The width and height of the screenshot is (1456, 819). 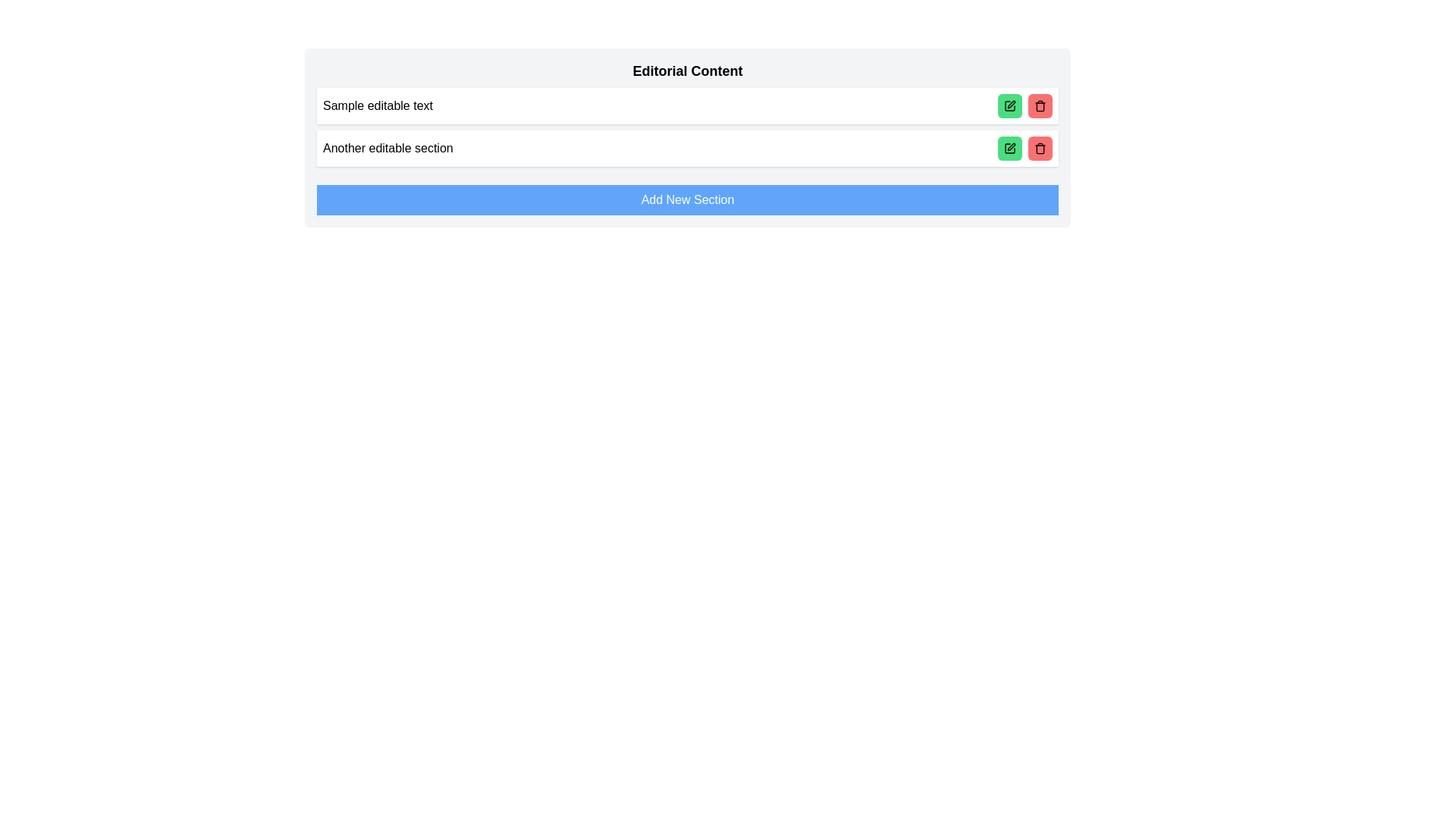 What do you see at coordinates (1009, 149) in the screenshot?
I see `the small square green icon featuring a pen graphic within the green oval button located to the right side of the second row in the content table` at bounding box center [1009, 149].